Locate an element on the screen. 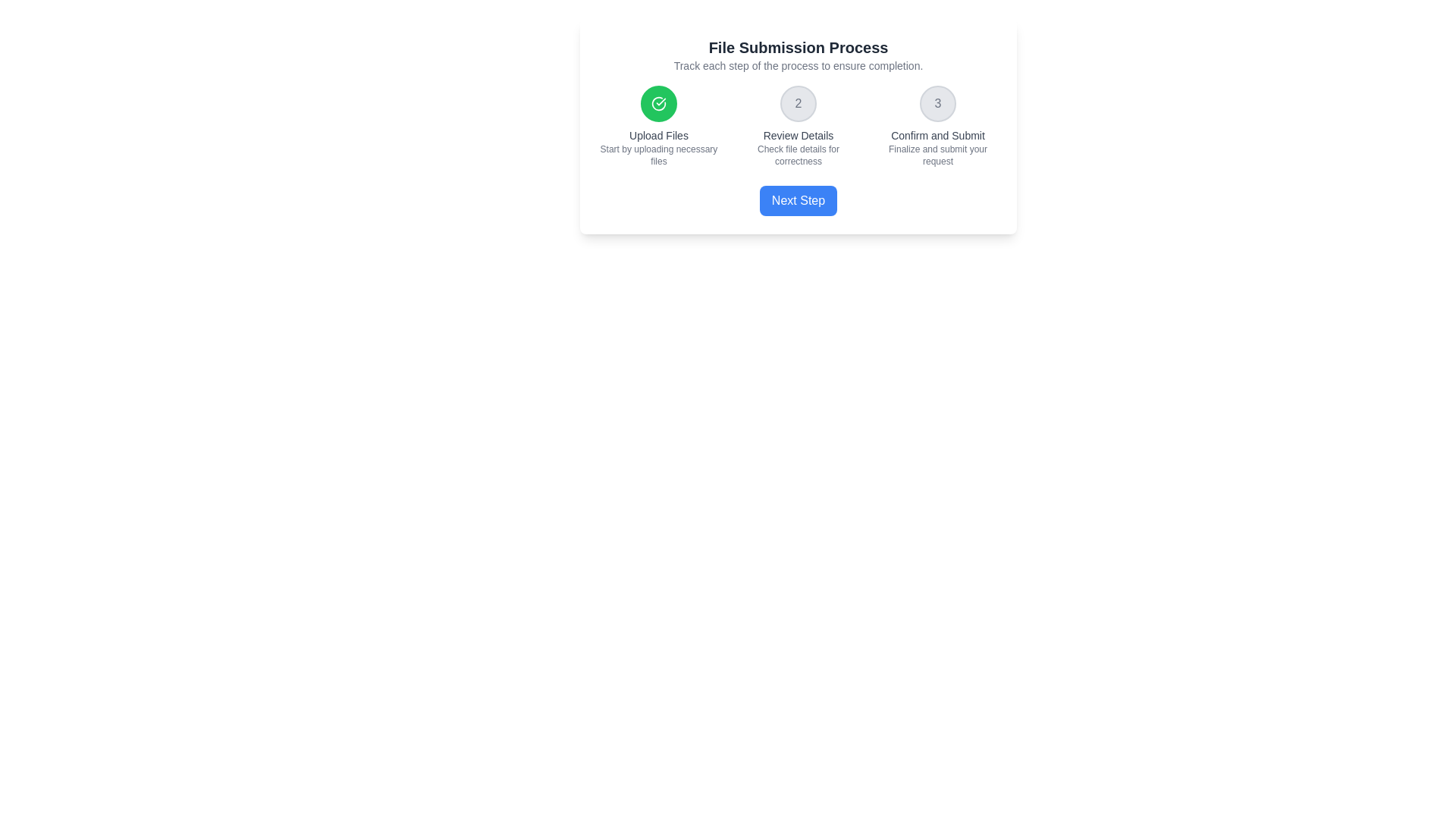 The height and width of the screenshot is (819, 1456). the instructional Text Label located beneath the 'Upload Files' text and centrally aligned with a green circular icon containing a checkmark is located at coordinates (658, 155).